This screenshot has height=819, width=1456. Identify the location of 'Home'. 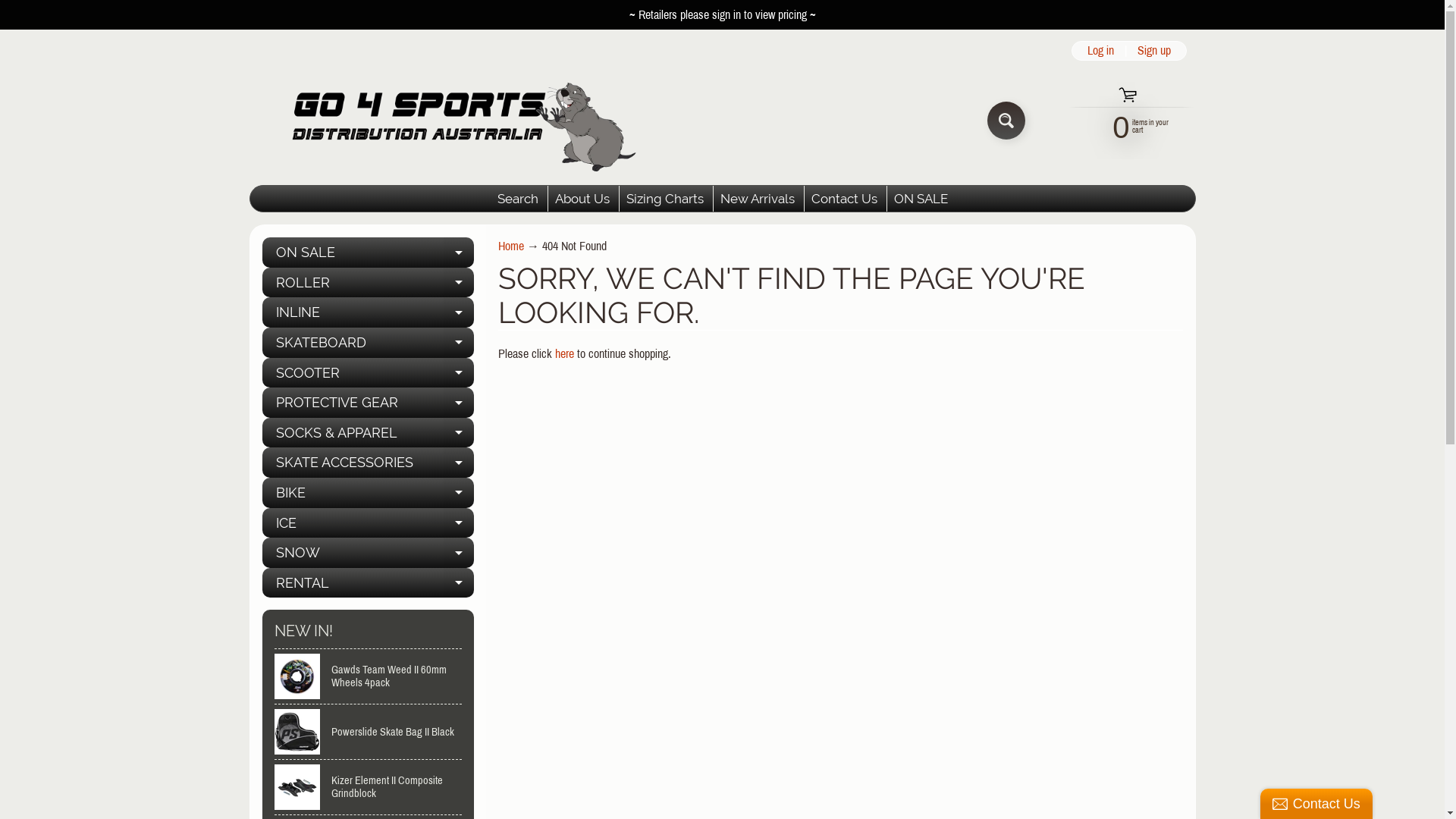
(510, 245).